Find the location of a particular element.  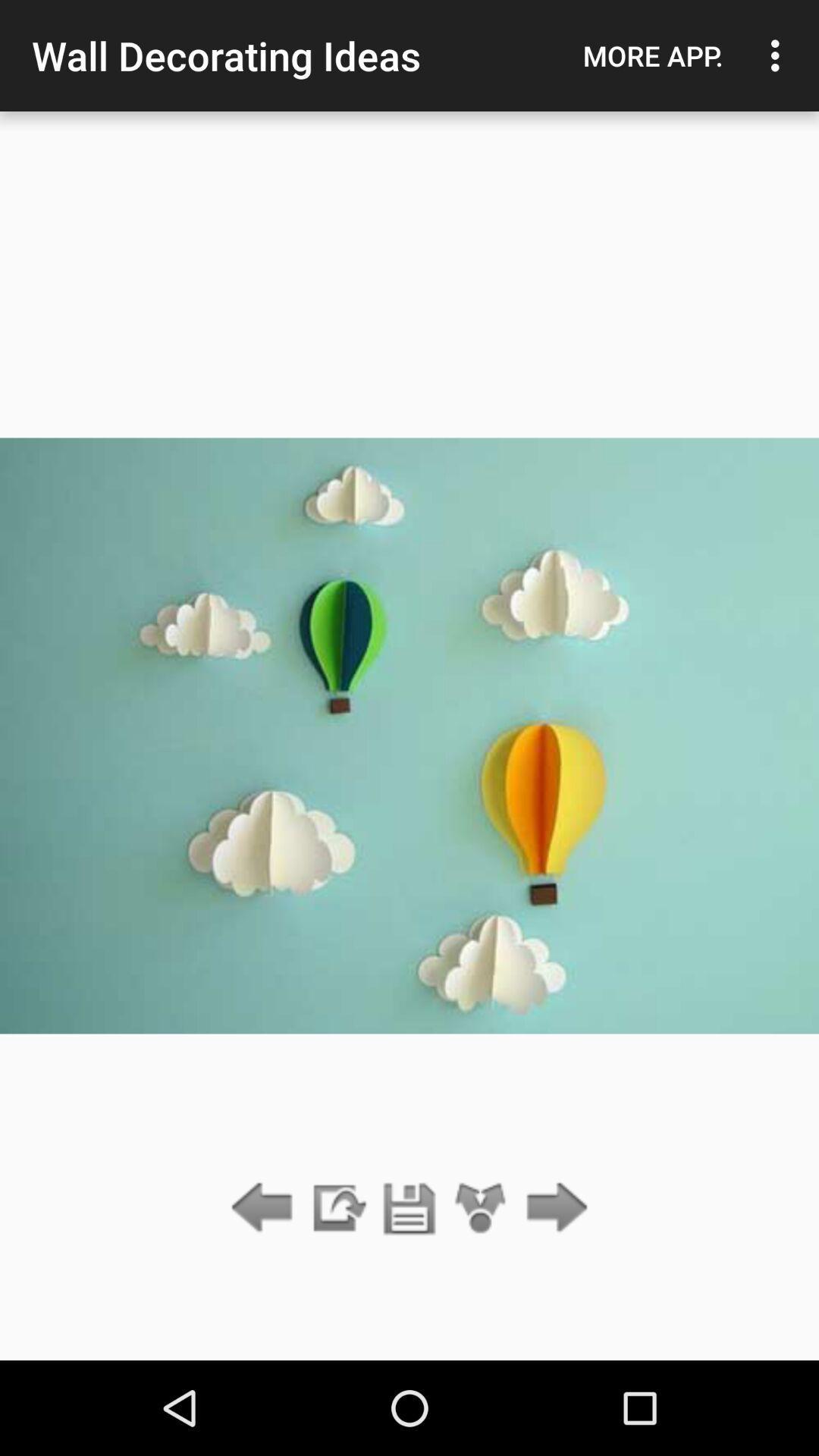

more app. item is located at coordinates (652, 55).